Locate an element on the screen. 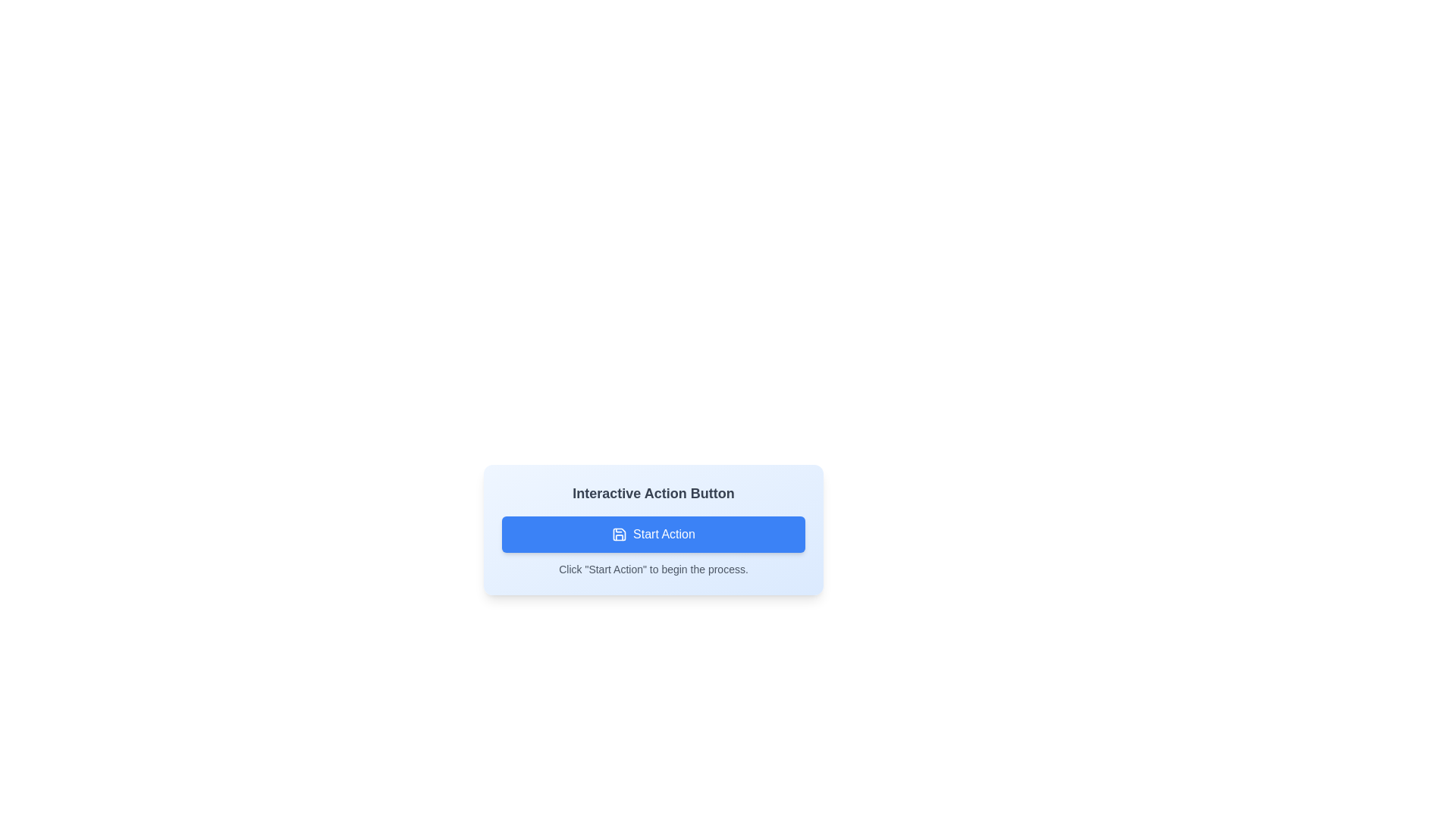  the SVG icon located within the 'Start Action' button, which is positioned to the left of the button's text, to initiate interaction is located at coordinates (620, 534).